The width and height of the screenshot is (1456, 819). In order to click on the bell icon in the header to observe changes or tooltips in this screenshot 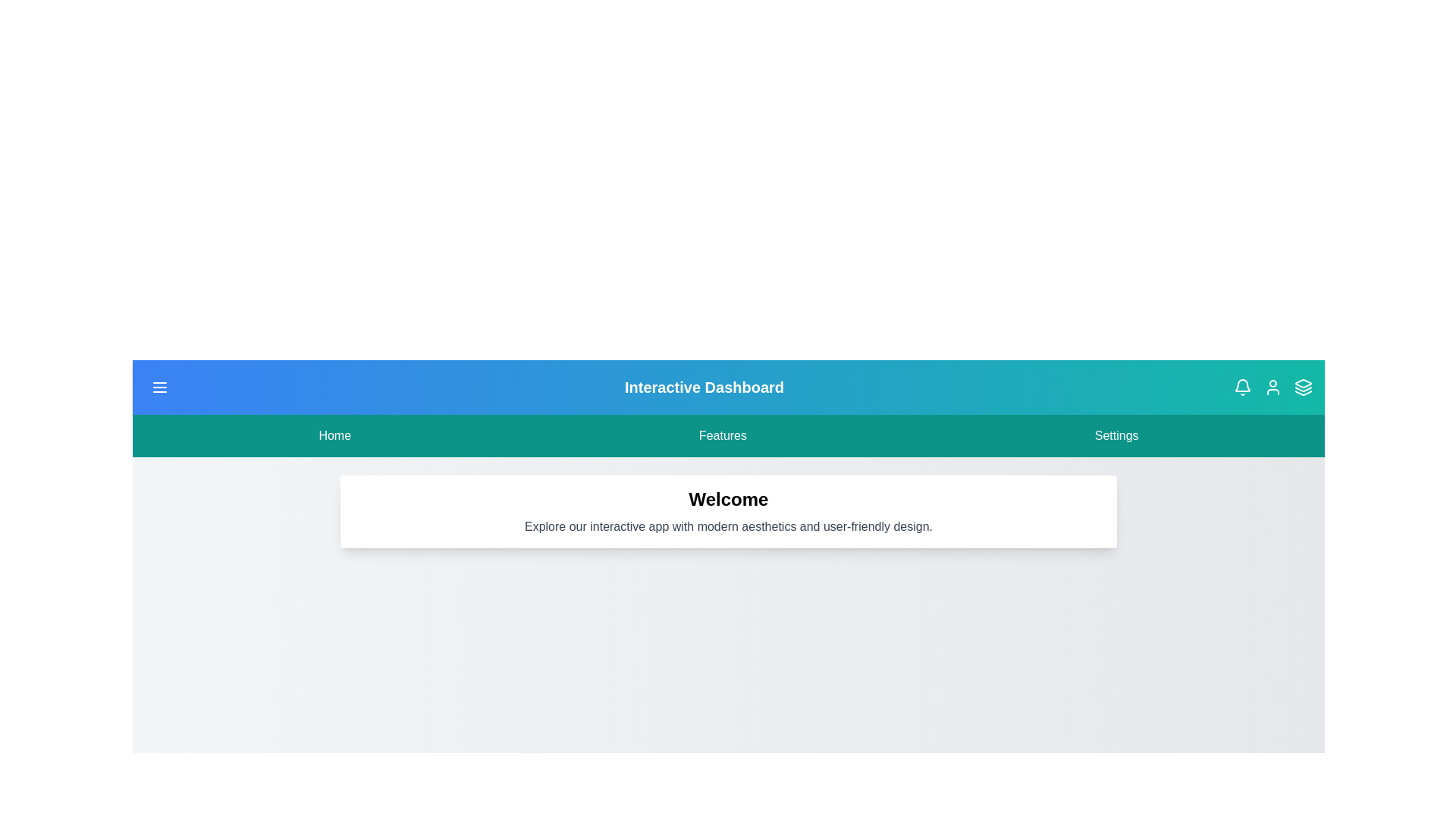, I will do `click(1242, 386)`.